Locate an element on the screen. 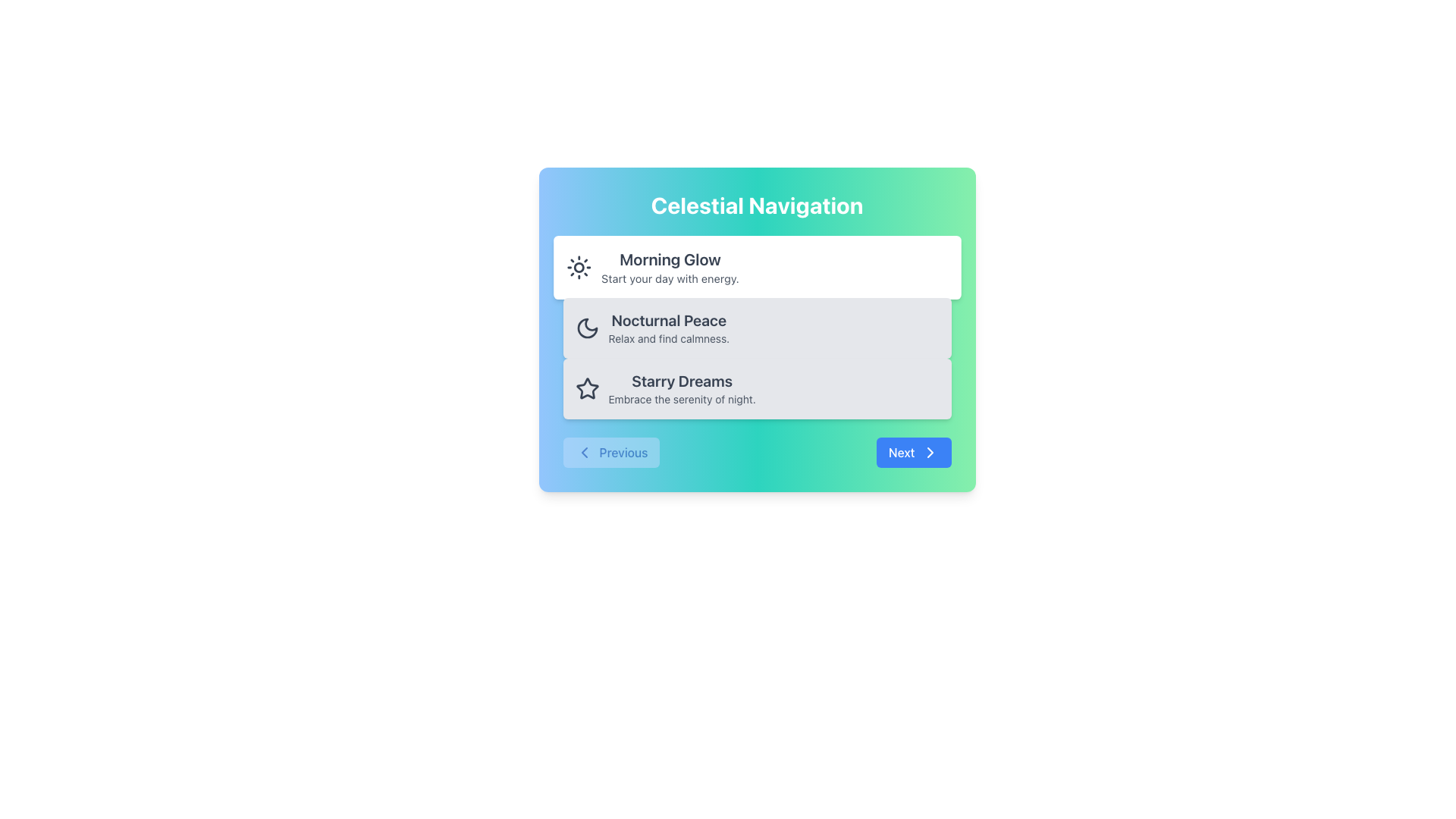  the descriptive text label located directly below the 'Nocturnal Peace' option in the 'Celestial Navigation' section is located at coordinates (668, 338).